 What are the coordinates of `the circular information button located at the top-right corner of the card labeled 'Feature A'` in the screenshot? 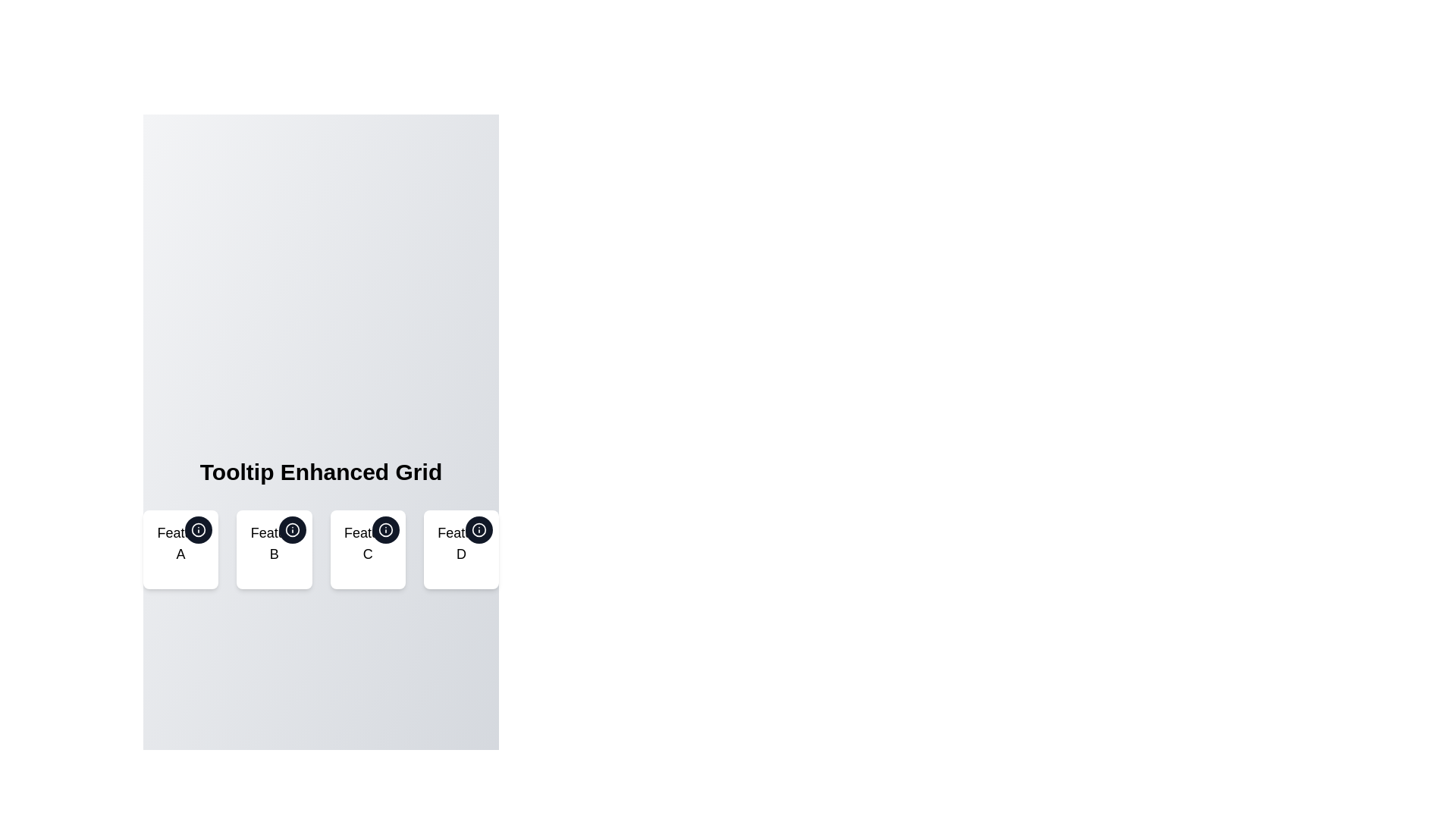 It's located at (198, 529).